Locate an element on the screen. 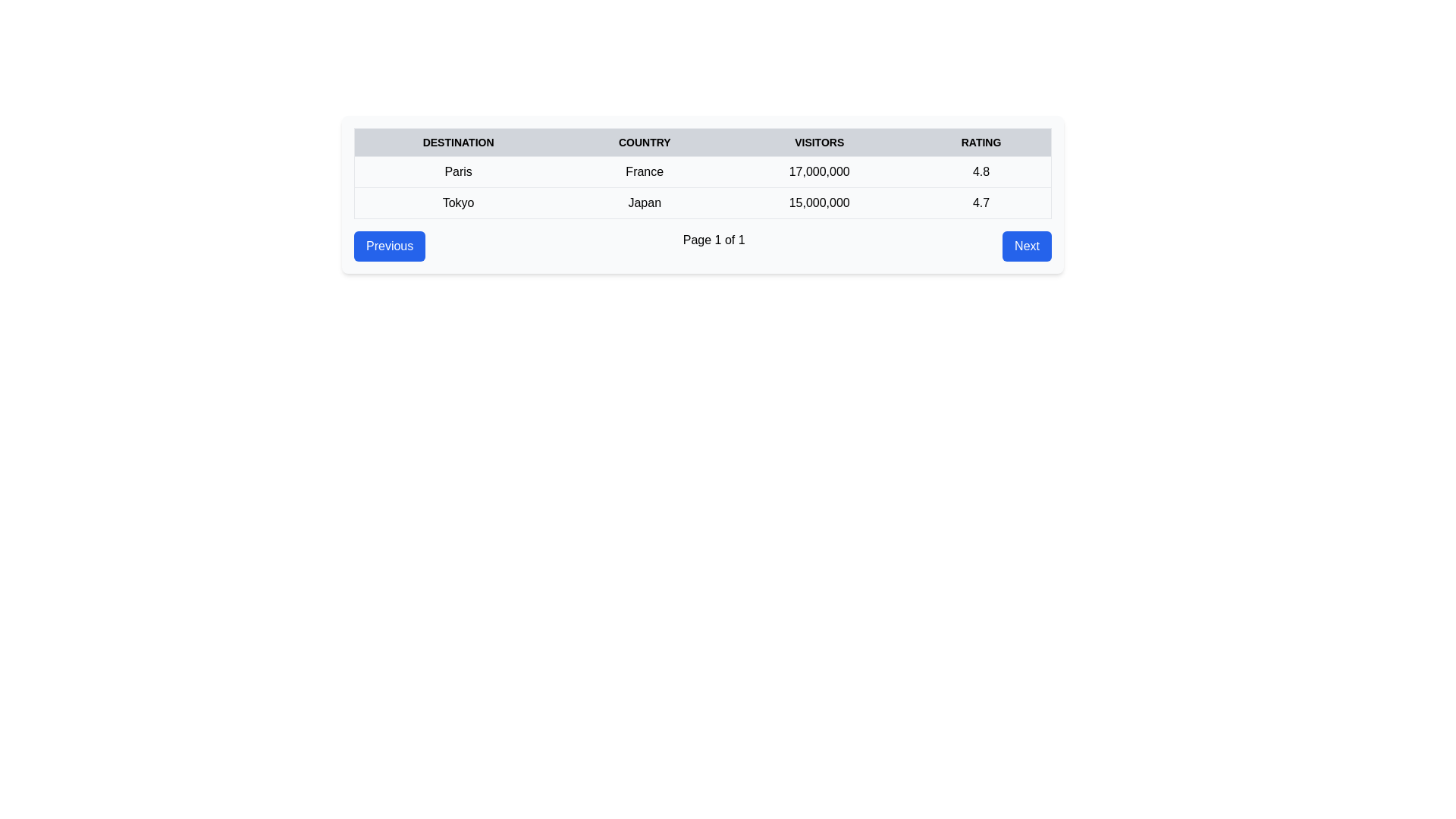  the text label displaying '17,000,000' in the third column of the table, which is styled with a center-aligned layout and black color is located at coordinates (818, 171).